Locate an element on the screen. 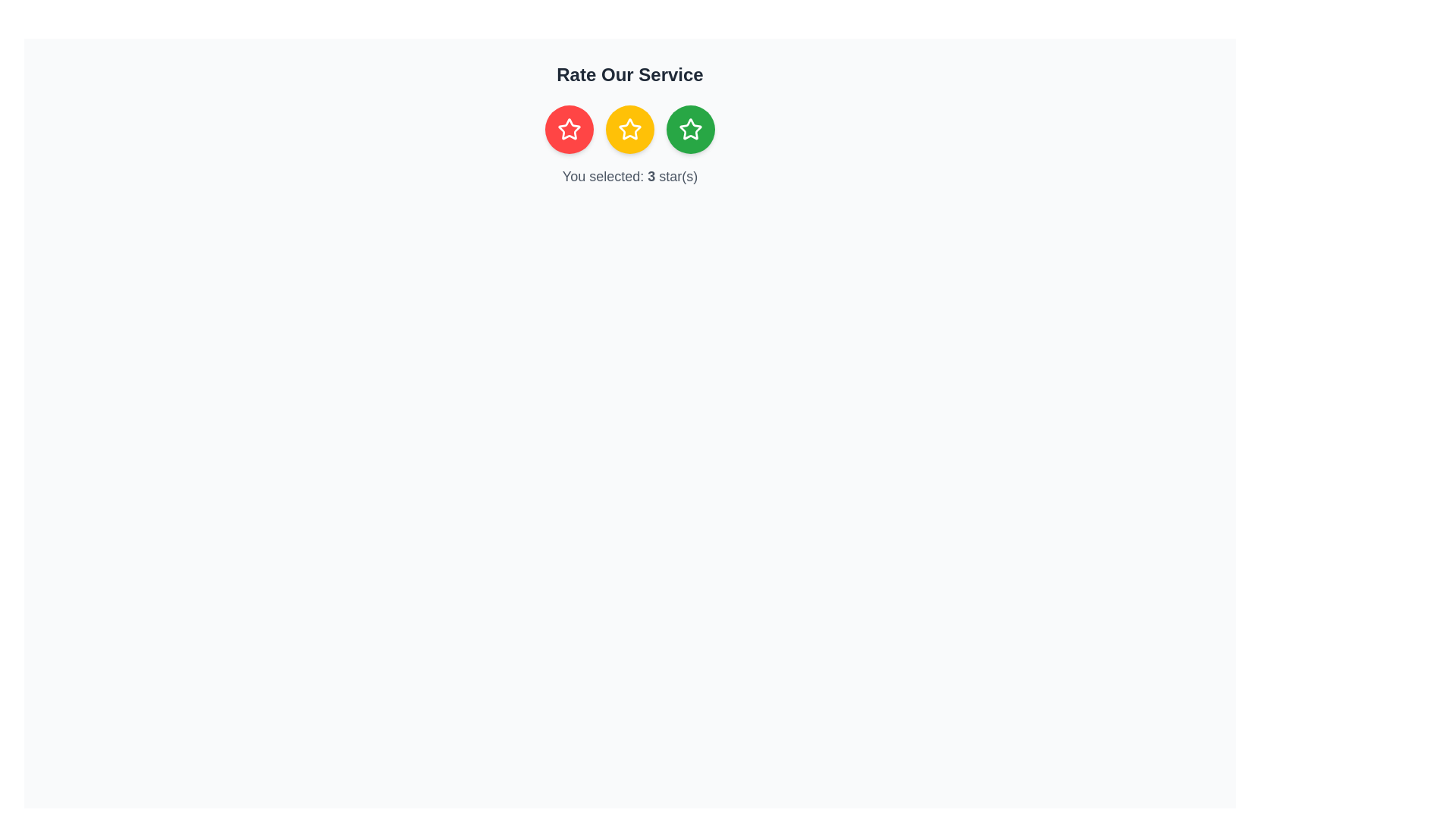  the star-shaped icon with a yellow fill and a white stroke, located at the center of the yellow circular button is located at coordinates (629, 128).